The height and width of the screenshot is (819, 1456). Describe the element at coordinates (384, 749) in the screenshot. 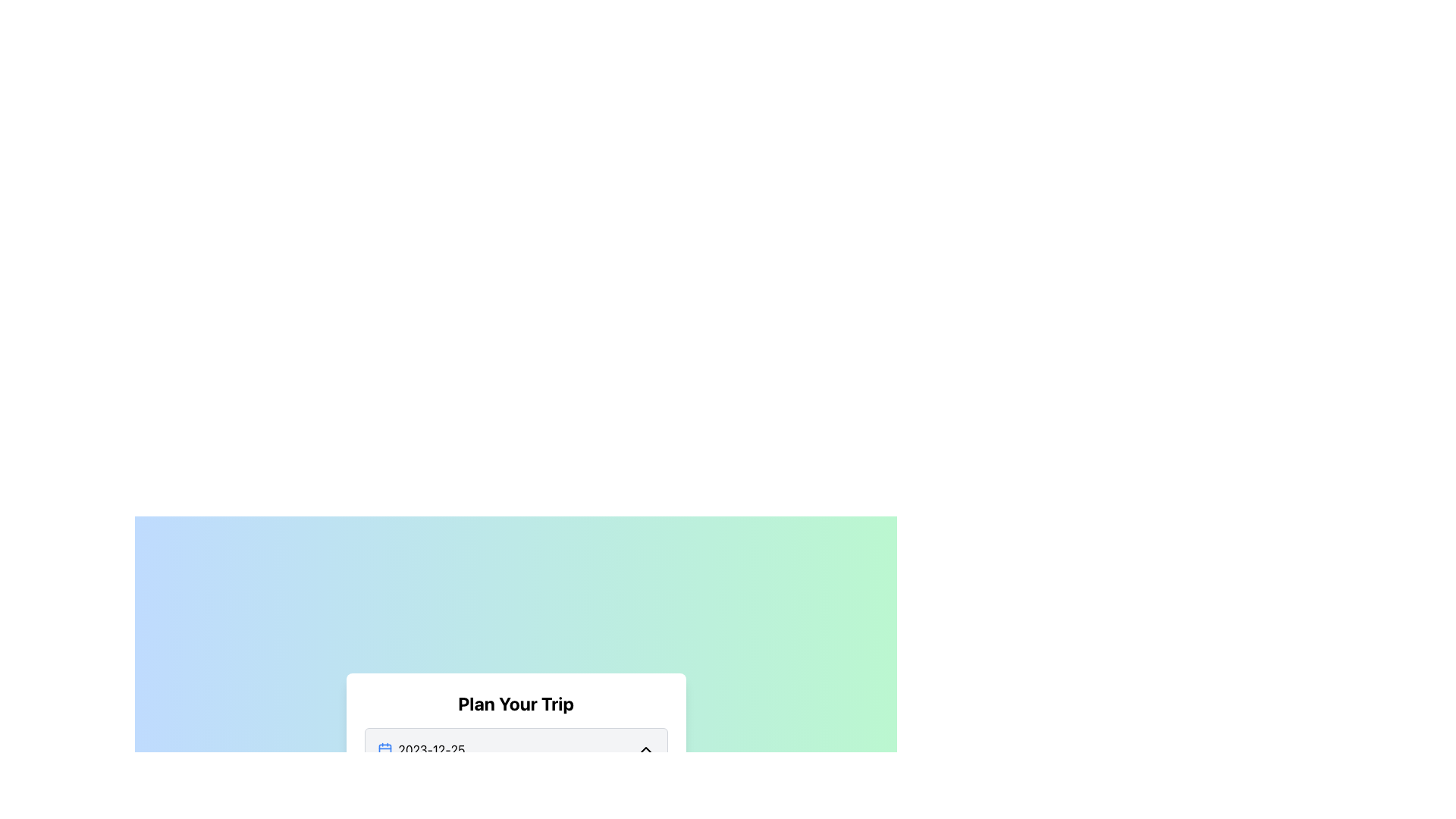

I see `the central lower area of the calendar icon, which is part of the date selection interface` at that location.